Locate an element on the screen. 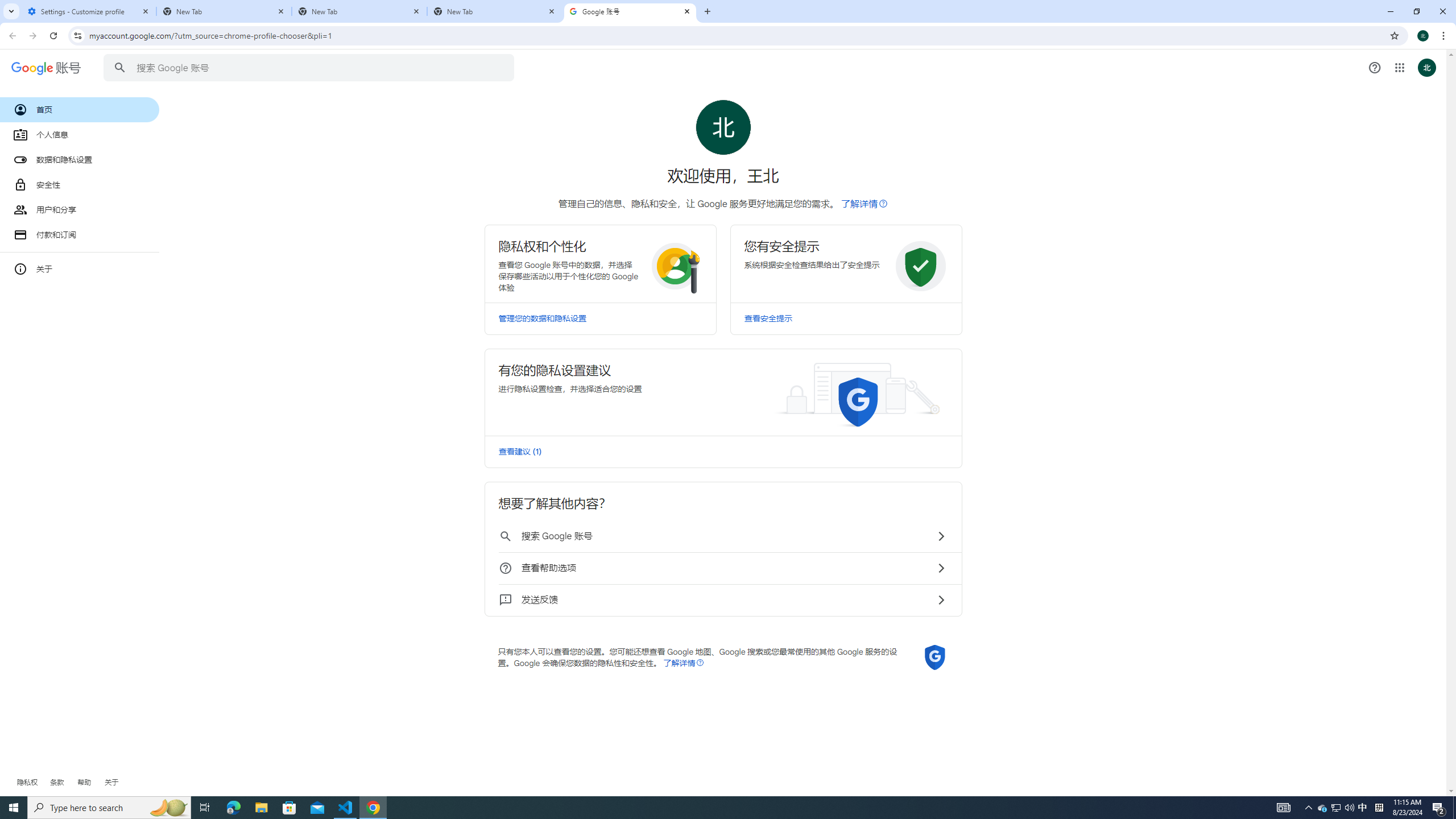  'New Tab' is located at coordinates (359, 11).